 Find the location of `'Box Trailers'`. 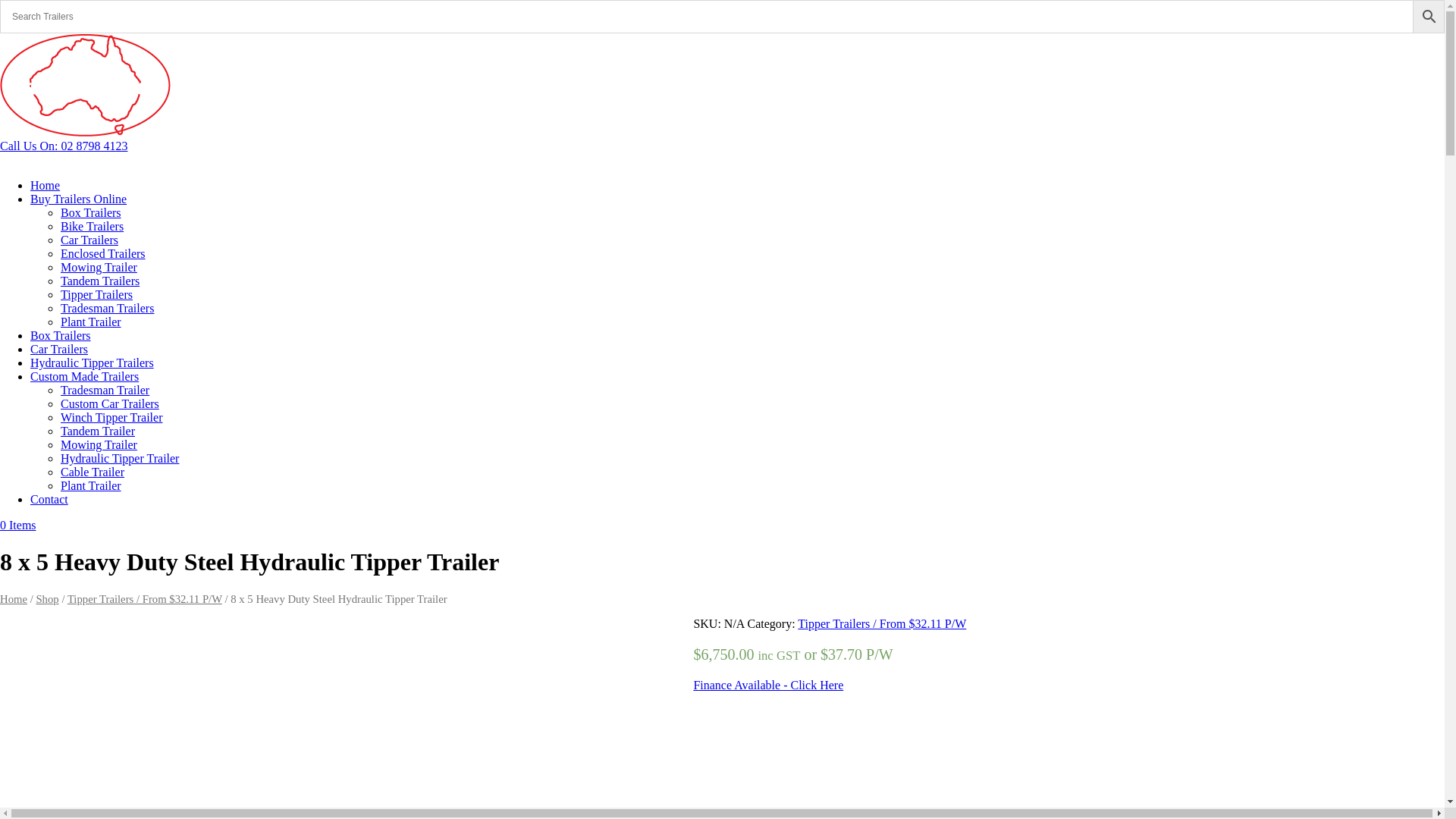

'Box Trailers' is located at coordinates (61, 334).